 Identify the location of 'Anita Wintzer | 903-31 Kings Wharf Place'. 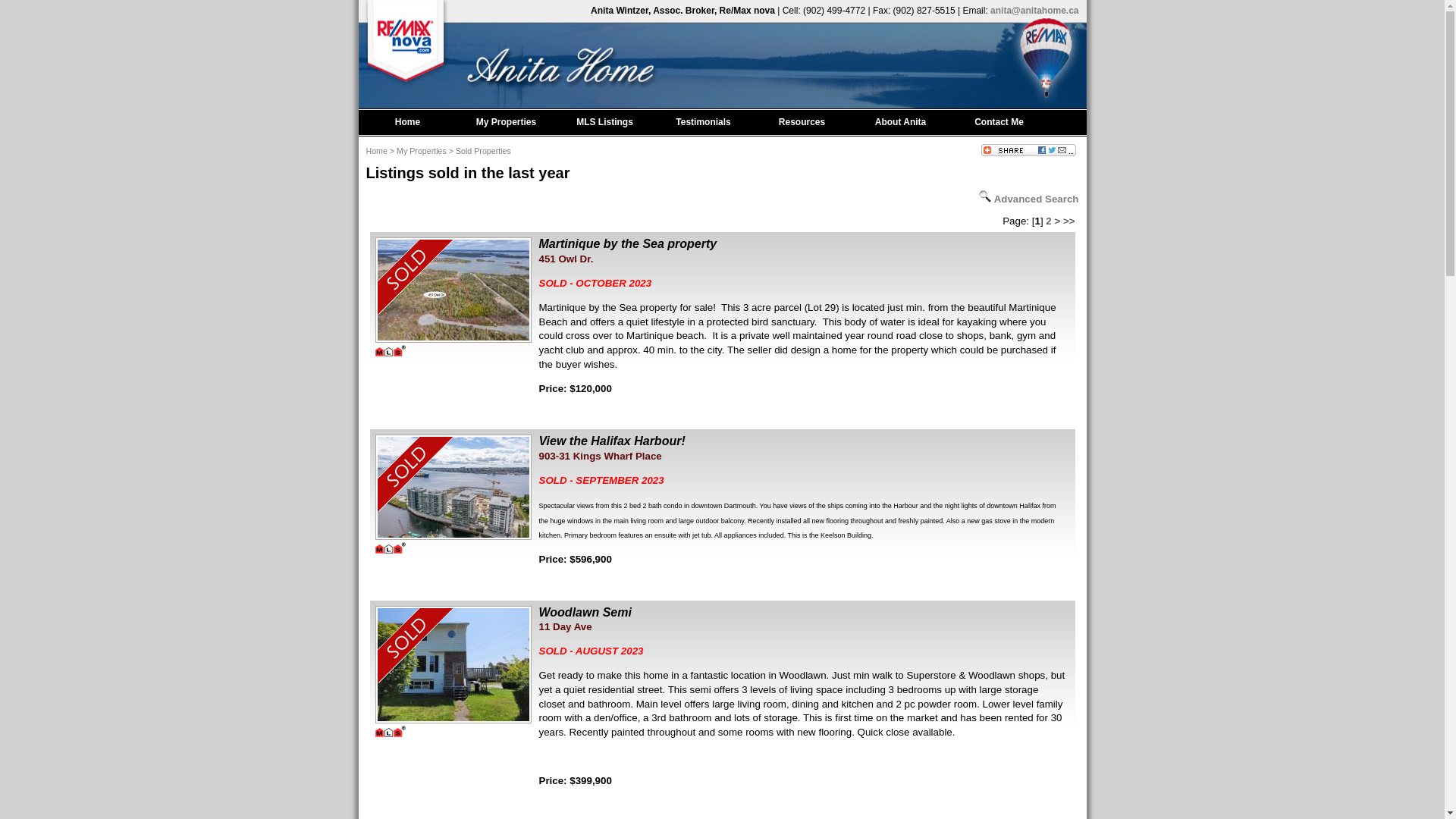
(451, 487).